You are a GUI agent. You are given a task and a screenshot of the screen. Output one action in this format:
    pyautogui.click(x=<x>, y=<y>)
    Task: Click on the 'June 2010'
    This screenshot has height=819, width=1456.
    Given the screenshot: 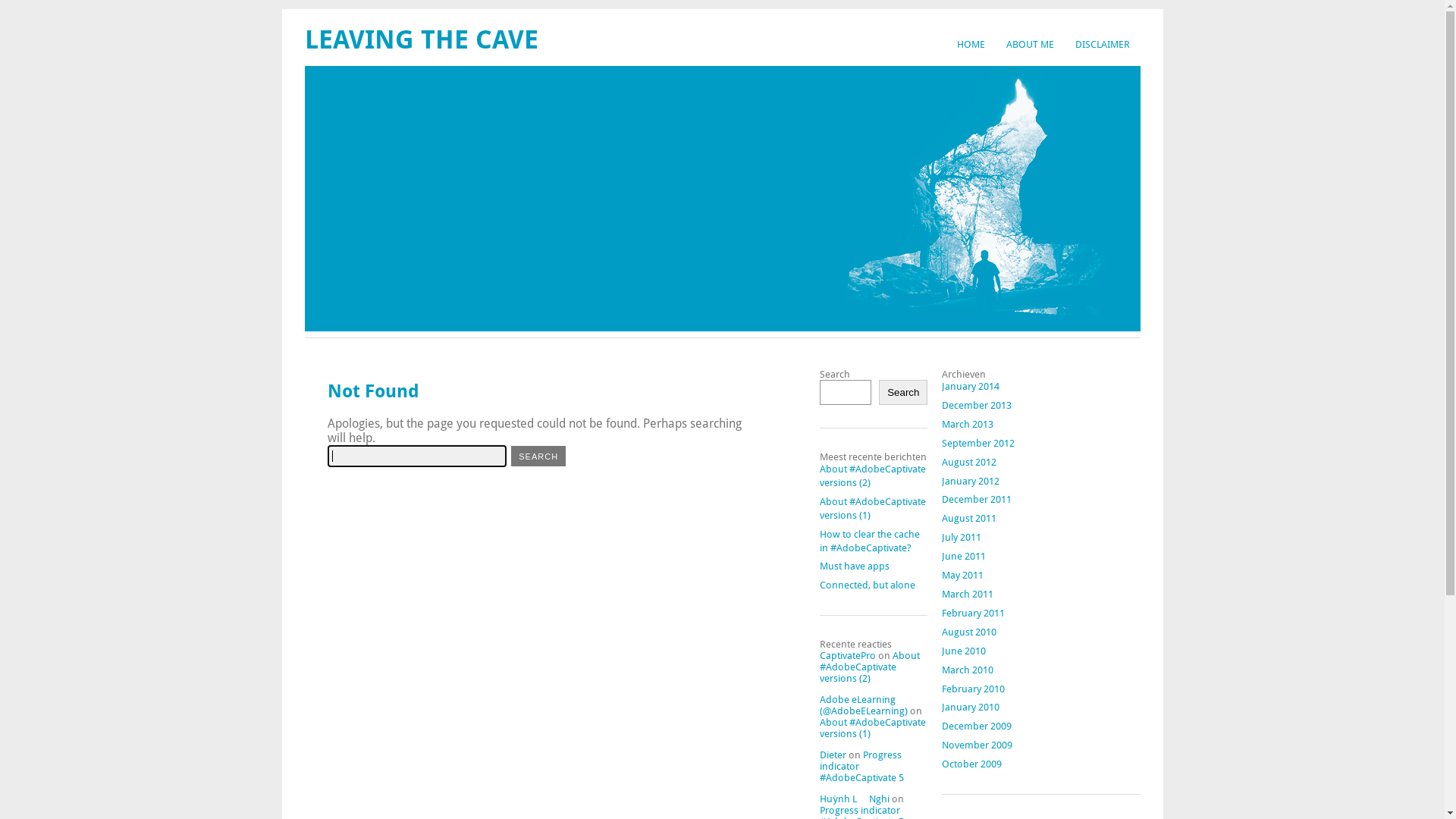 What is the action you would take?
    pyautogui.click(x=963, y=650)
    